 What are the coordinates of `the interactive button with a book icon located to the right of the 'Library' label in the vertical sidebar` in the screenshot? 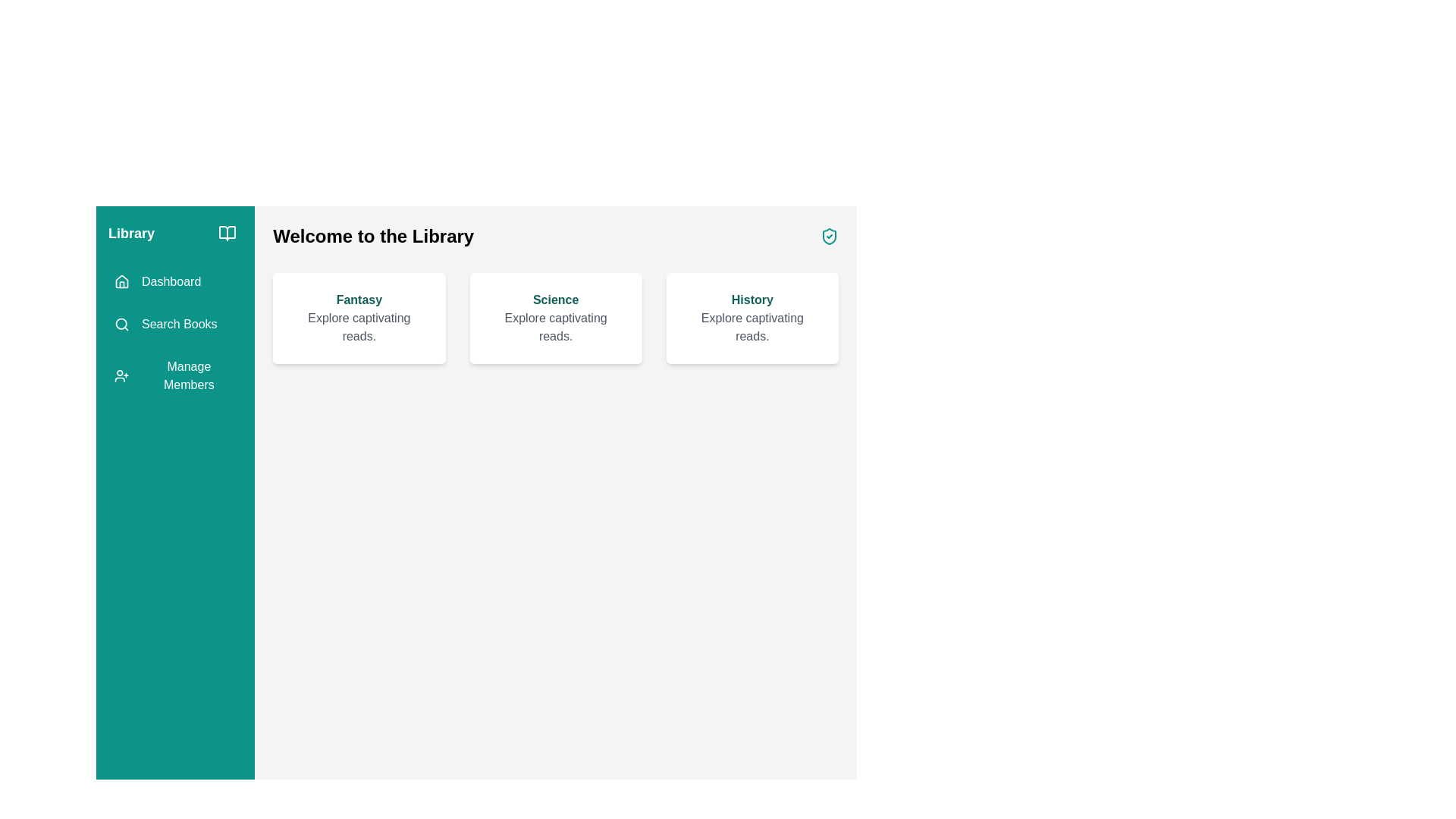 It's located at (227, 234).